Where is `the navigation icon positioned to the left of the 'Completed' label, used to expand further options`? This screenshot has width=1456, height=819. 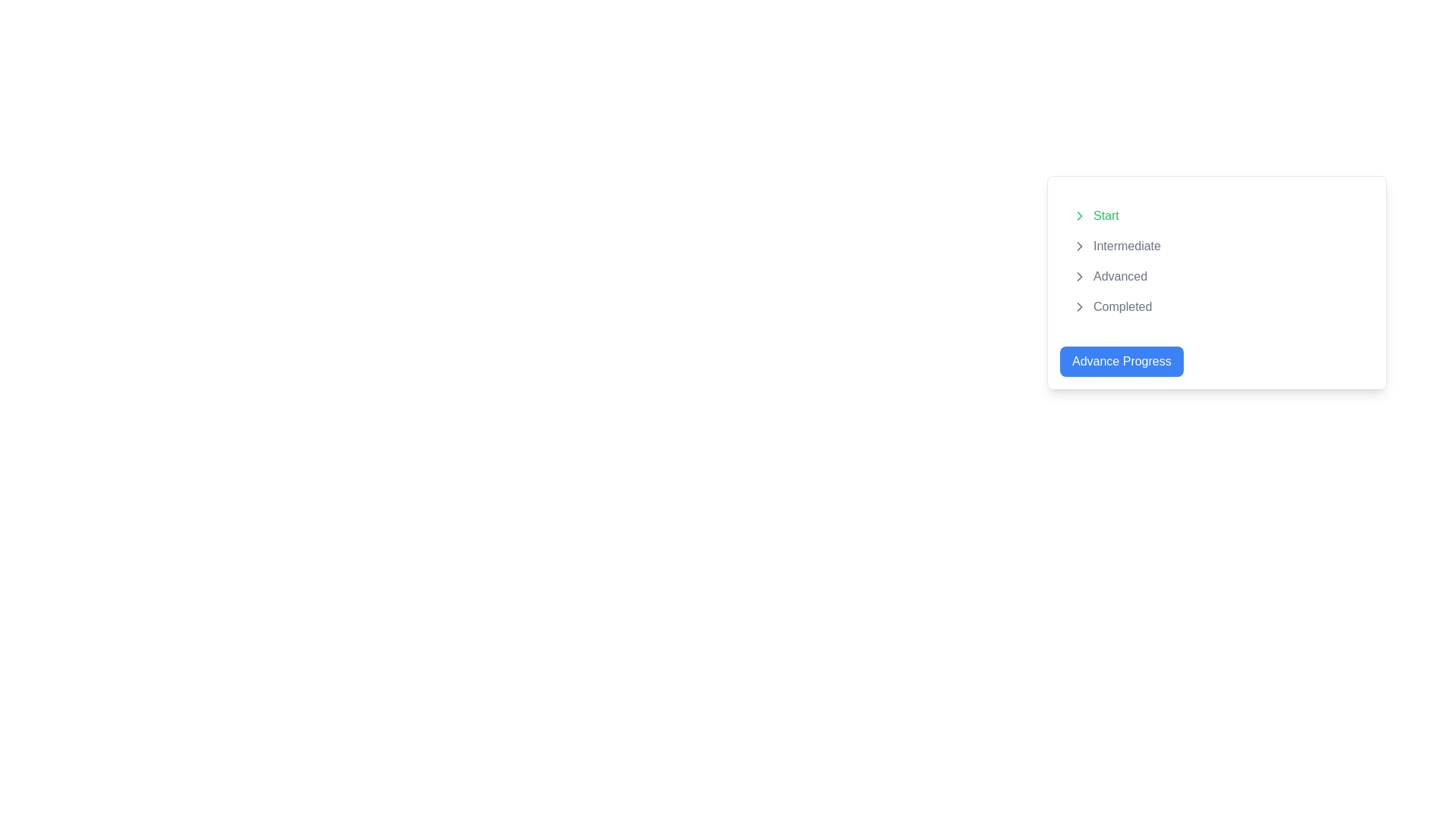
the navigation icon positioned to the left of the 'Completed' label, used to expand further options is located at coordinates (1079, 307).